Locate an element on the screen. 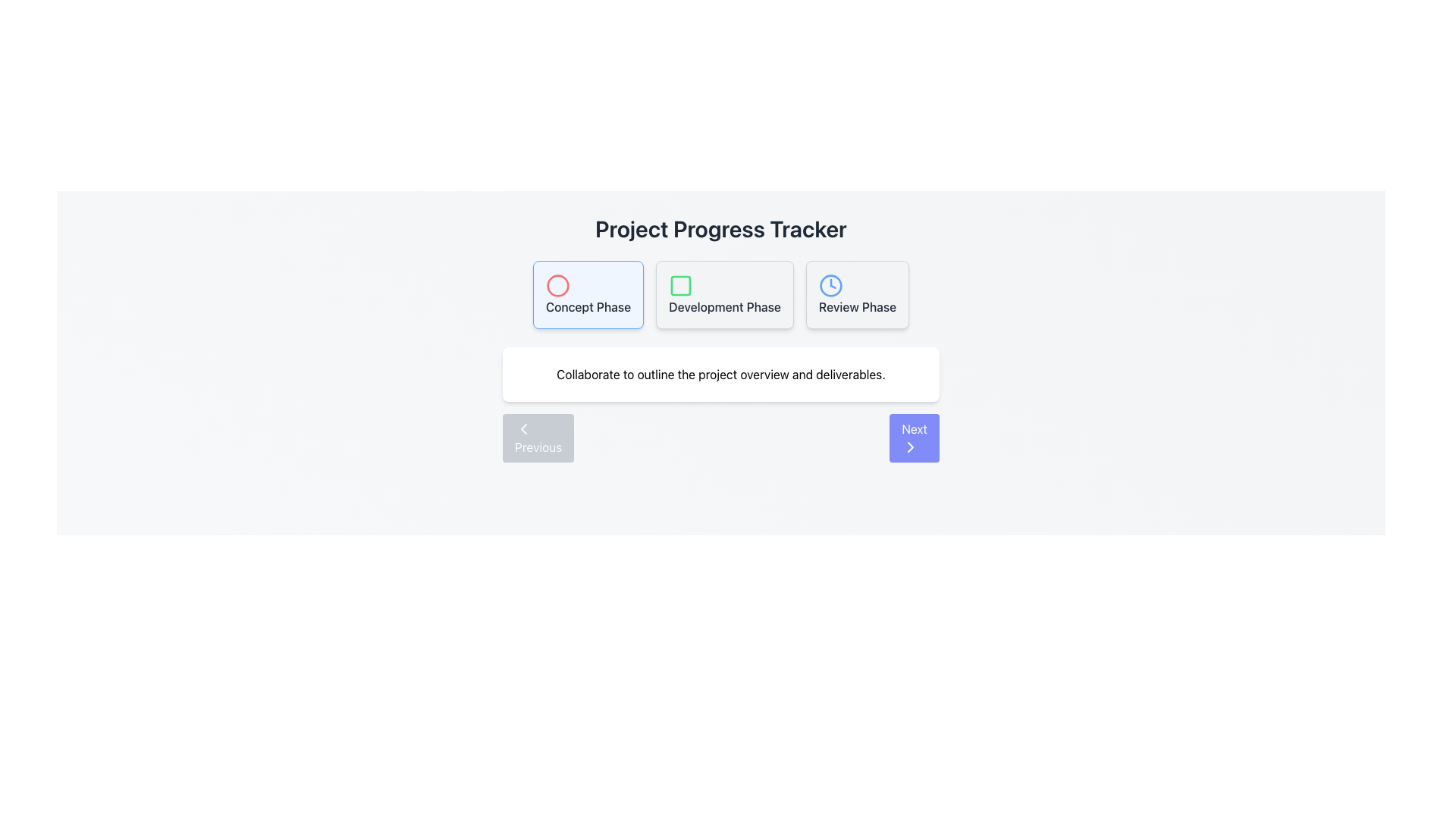 This screenshot has height=819, width=1456. the green-bordered square icon with a transparent center located above the text 'Development Phase' within the 'Development Phase' card is located at coordinates (680, 286).